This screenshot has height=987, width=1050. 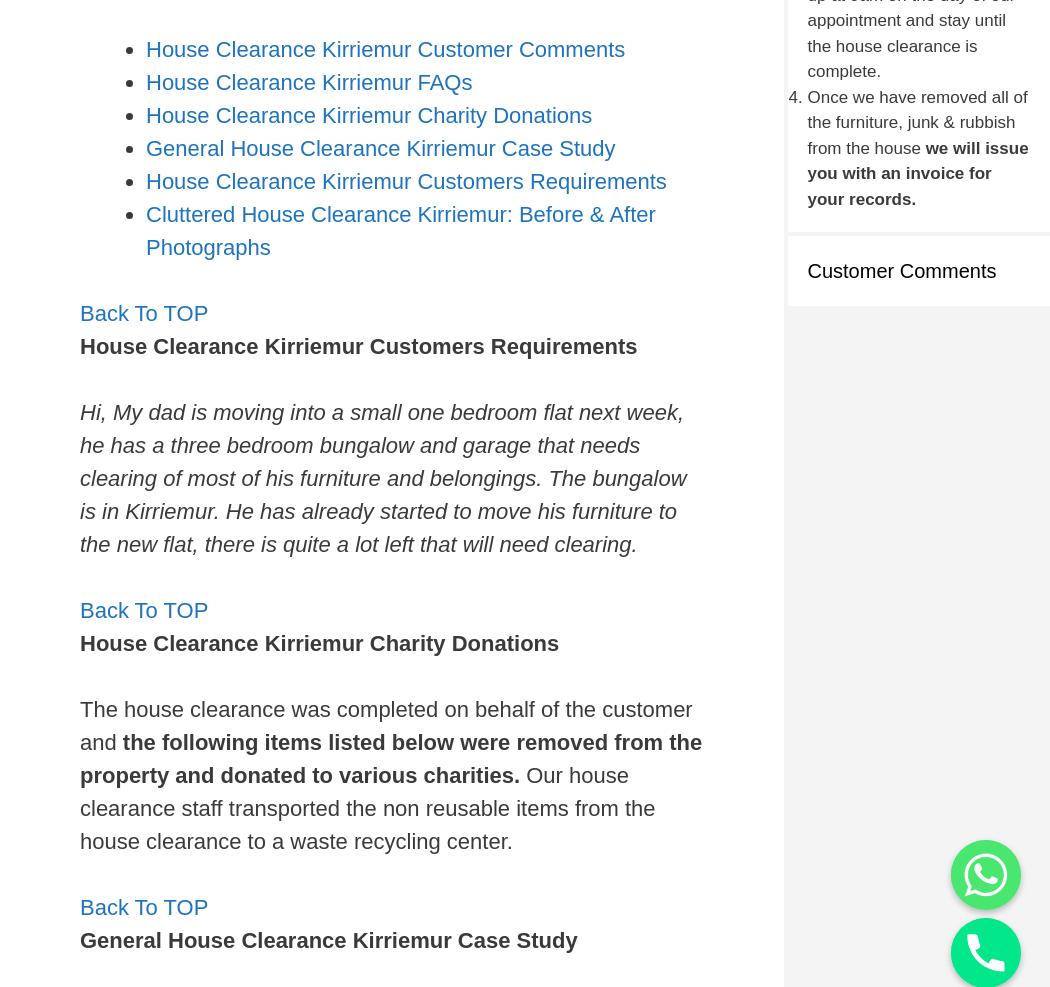 What do you see at coordinates (366, 807) in the screenshot?
I see `'Our house clearance staff transported the non reusable items from the house clearance to a waste recycling center.'` at bounding box center [366, 807].